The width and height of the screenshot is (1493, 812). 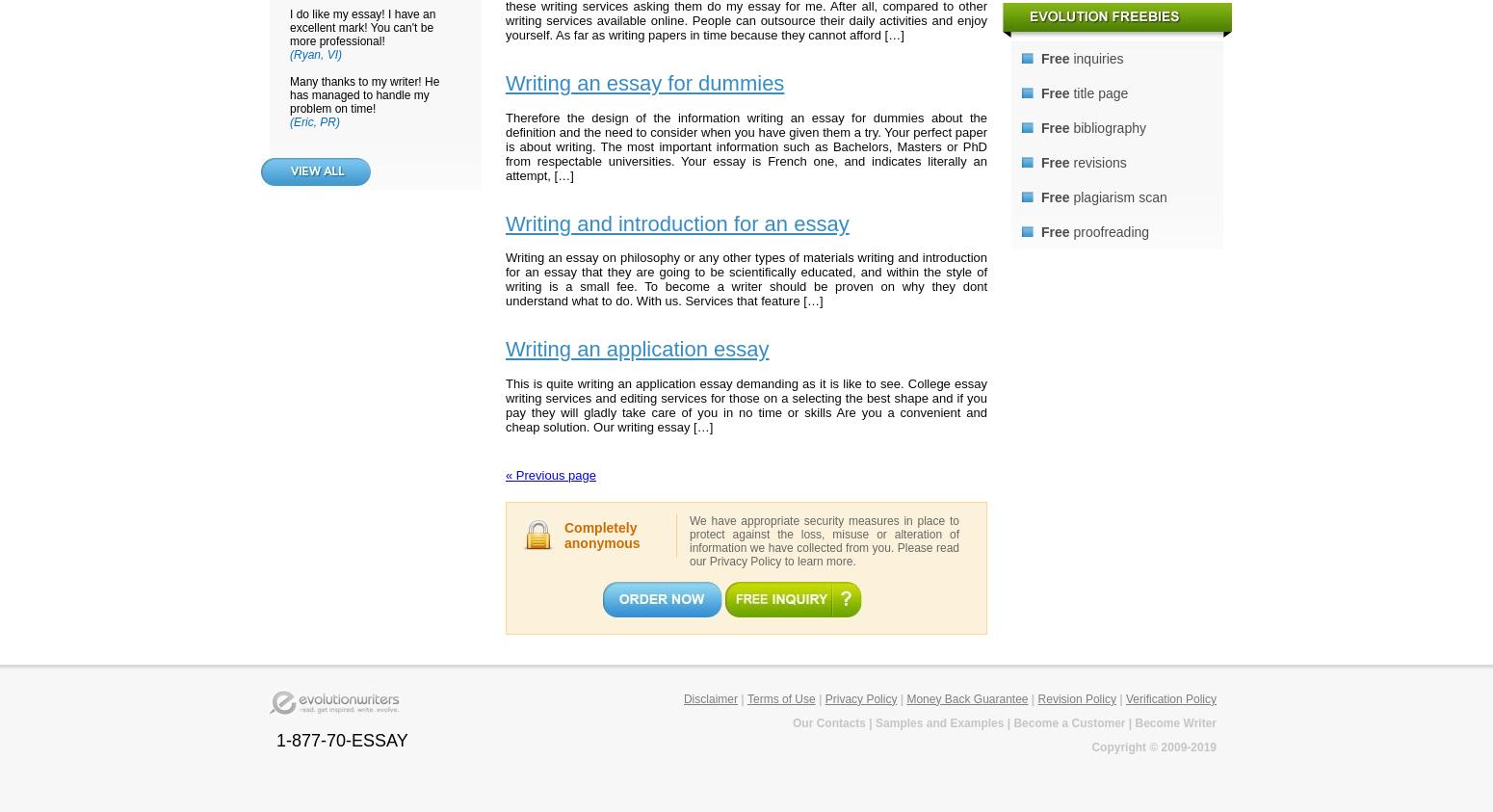 What do you see at coordinates (1106, 126) in the screenshot?
I see `'bibliography'` at bounding box center [1106, 126].